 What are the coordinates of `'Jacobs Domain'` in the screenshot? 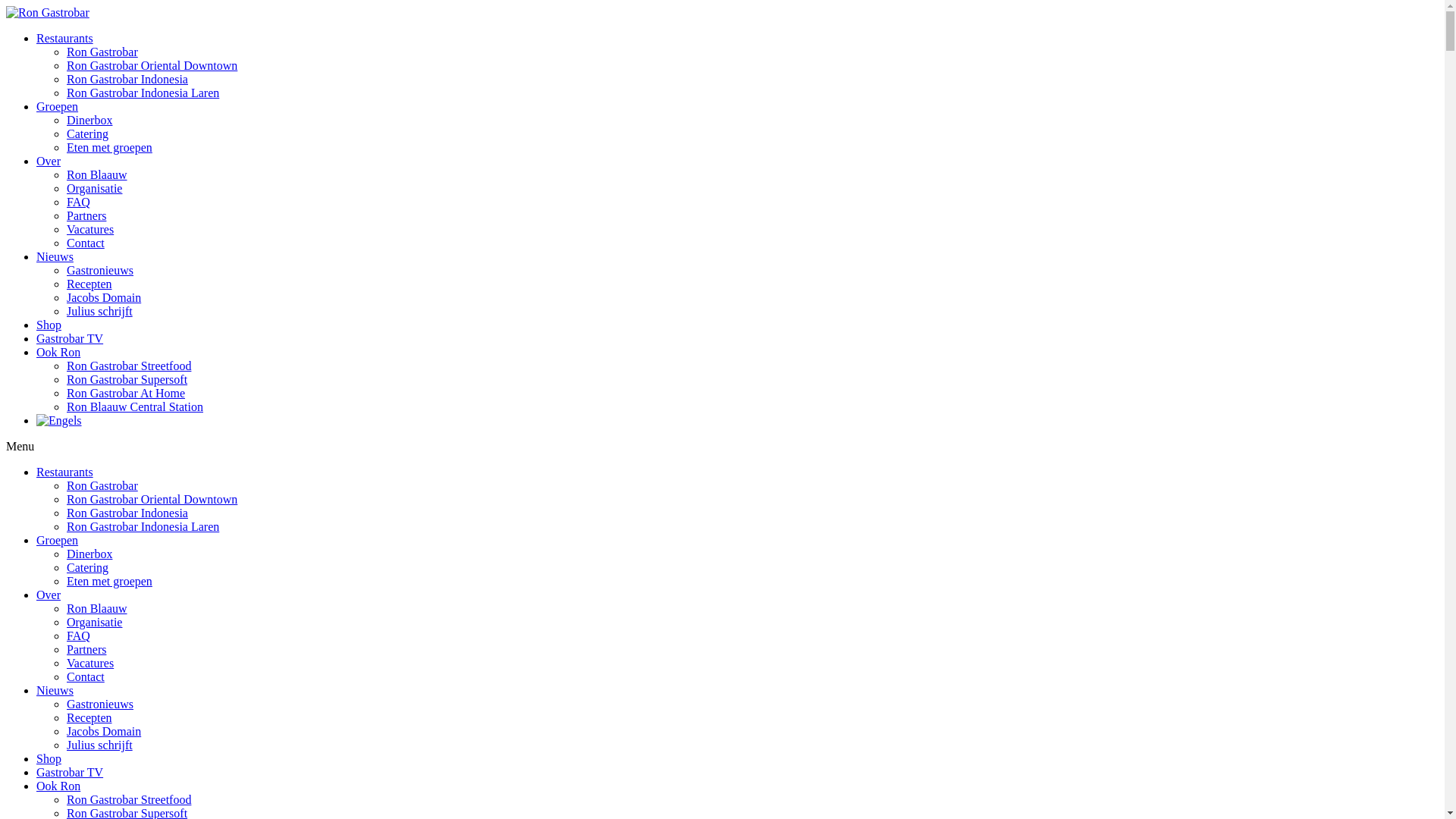 It's located at (65, 730).